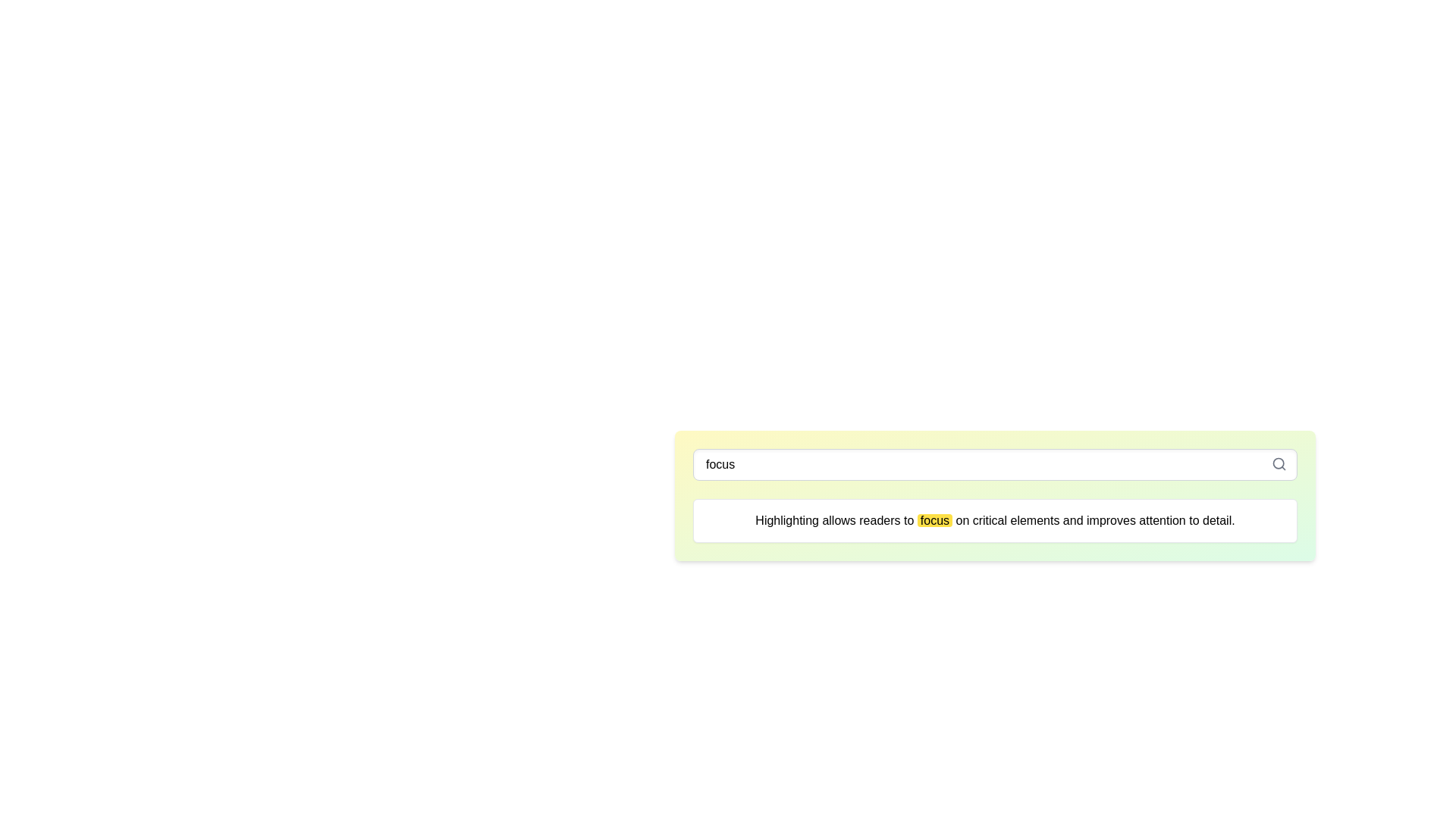  Describe the element at coordinates (854, 519) in the screenshot. I see `the highlighted text phrase 'Highlighting allows readers to focus' which is visually distinct due to the bright yellow background of the word 'focus'` at that location.